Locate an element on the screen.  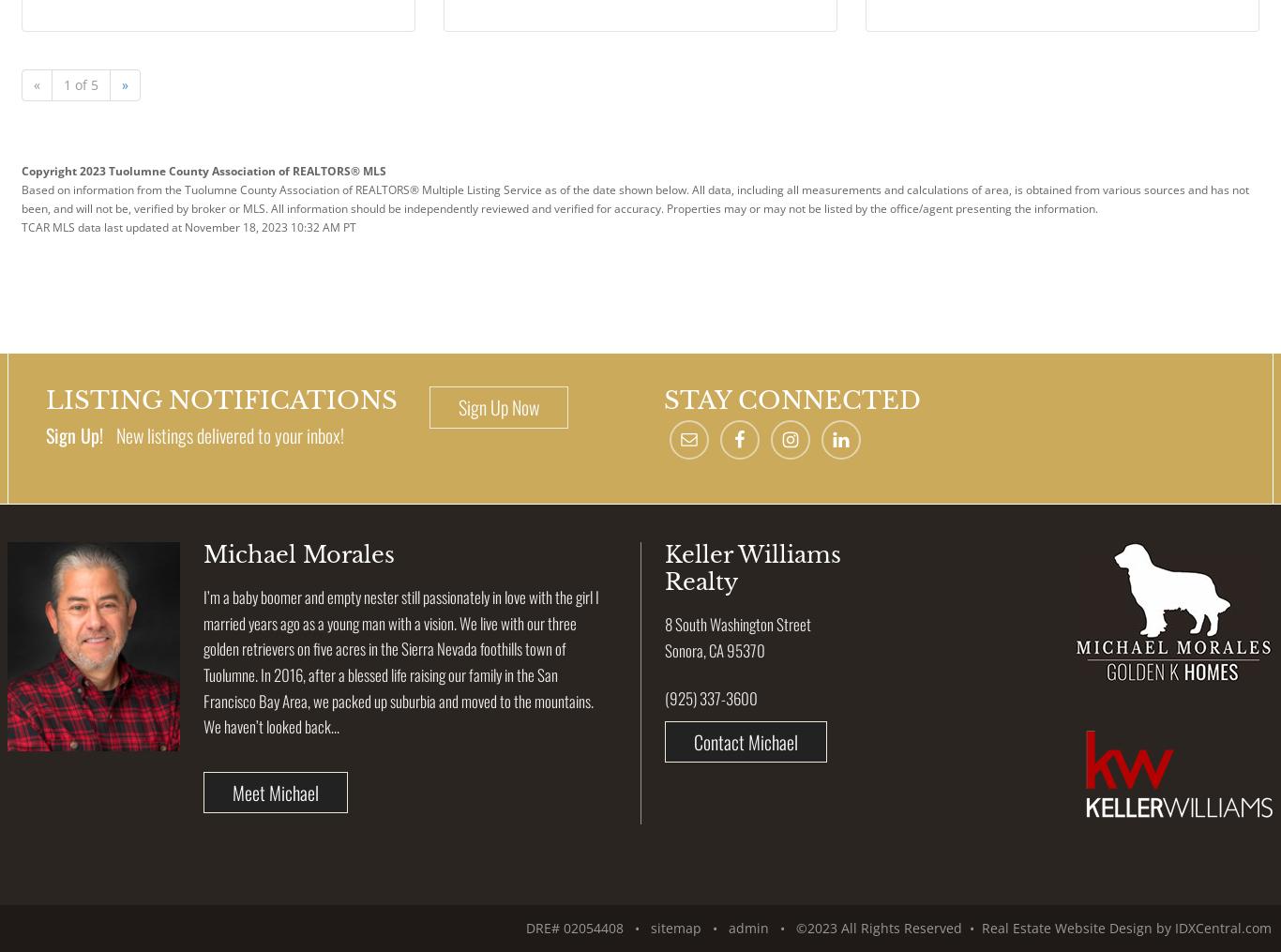
'DRE# 02054408   •' is located at coordinates (587, 928).